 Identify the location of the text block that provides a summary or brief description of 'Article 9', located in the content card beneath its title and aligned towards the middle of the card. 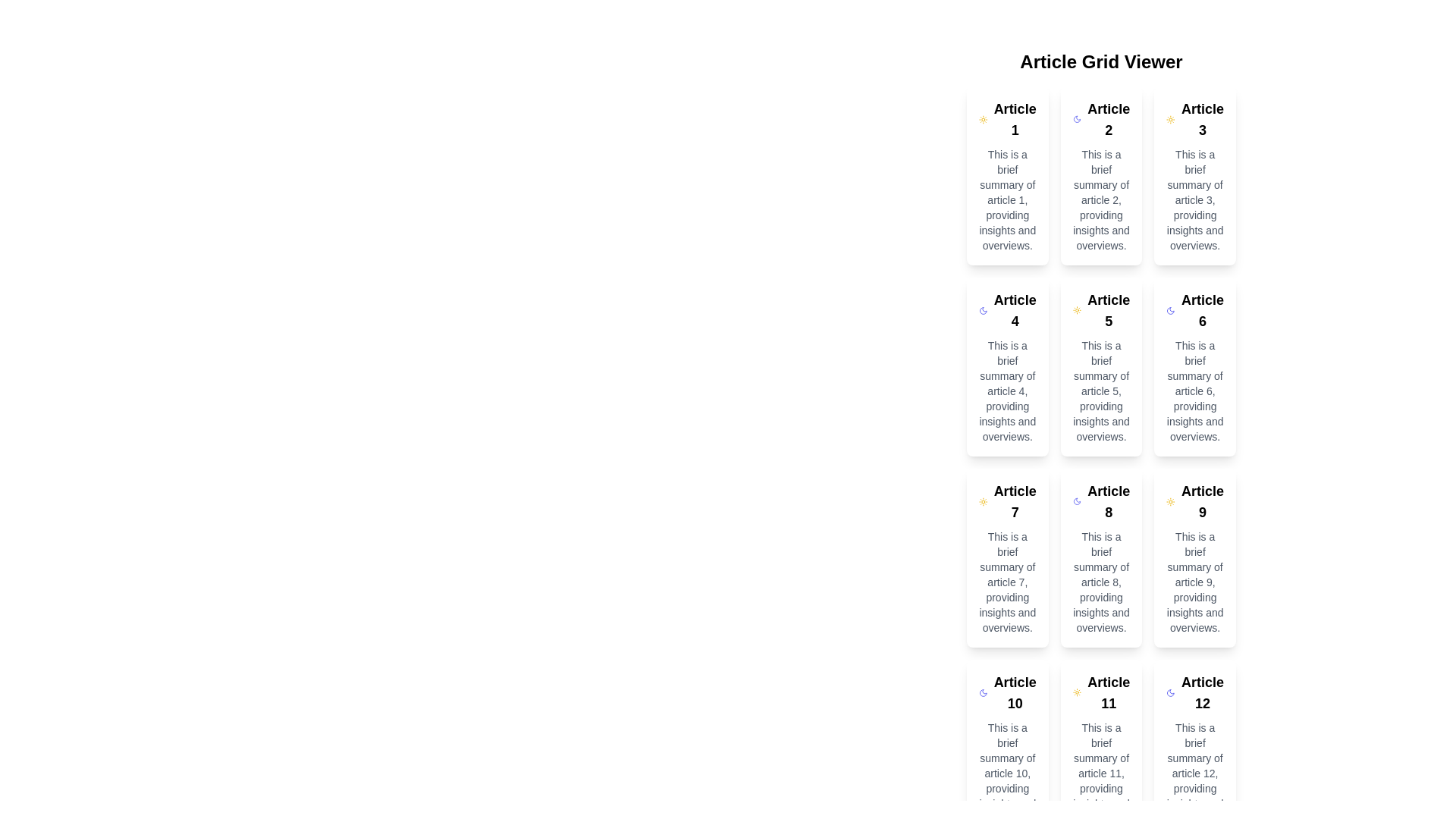
(1194, 581).